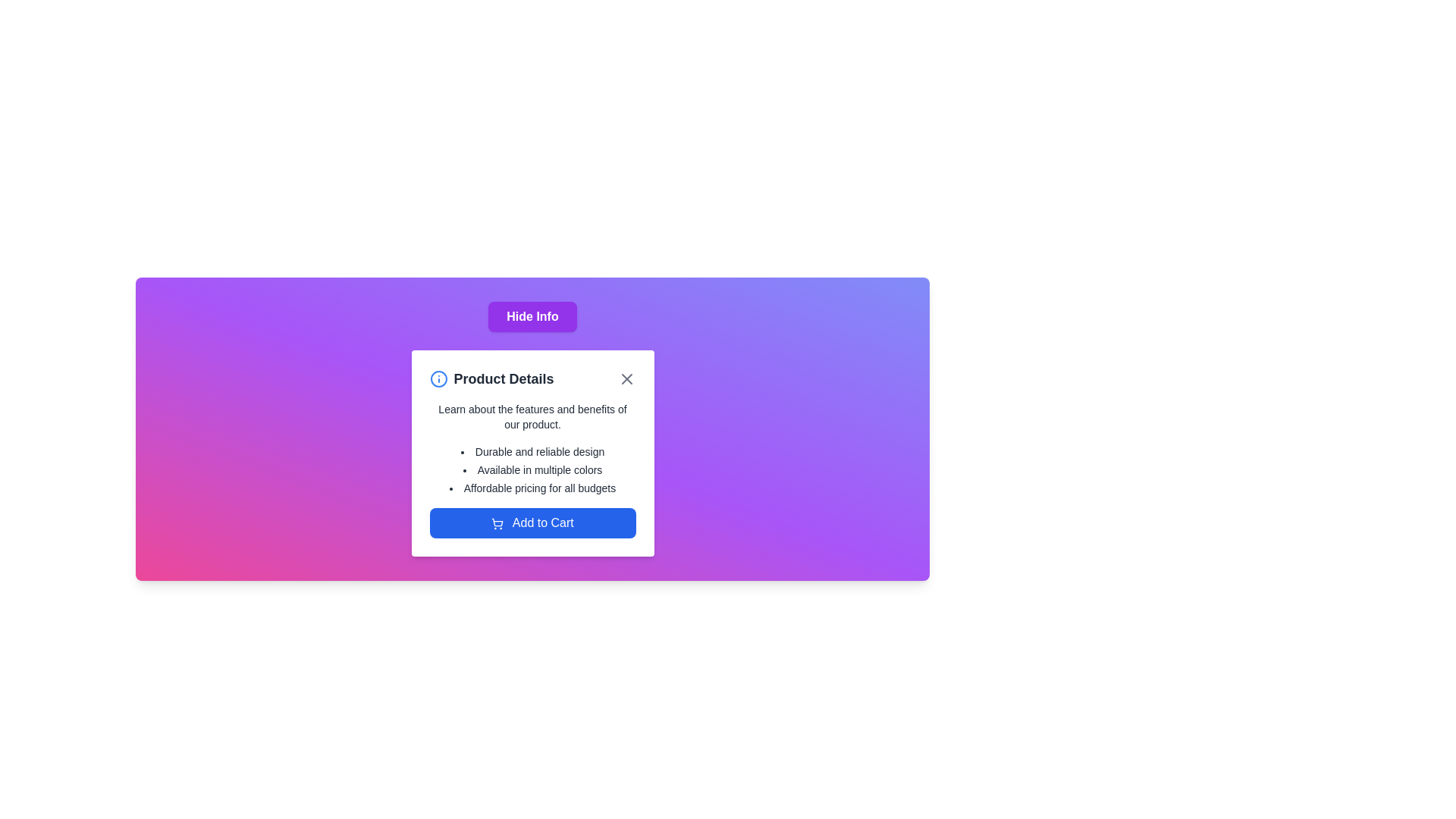  Describe the element at coordinates (532, 315) in the screenshot. I see `the 'Hide Info' button with a gradient purple background` at that location.